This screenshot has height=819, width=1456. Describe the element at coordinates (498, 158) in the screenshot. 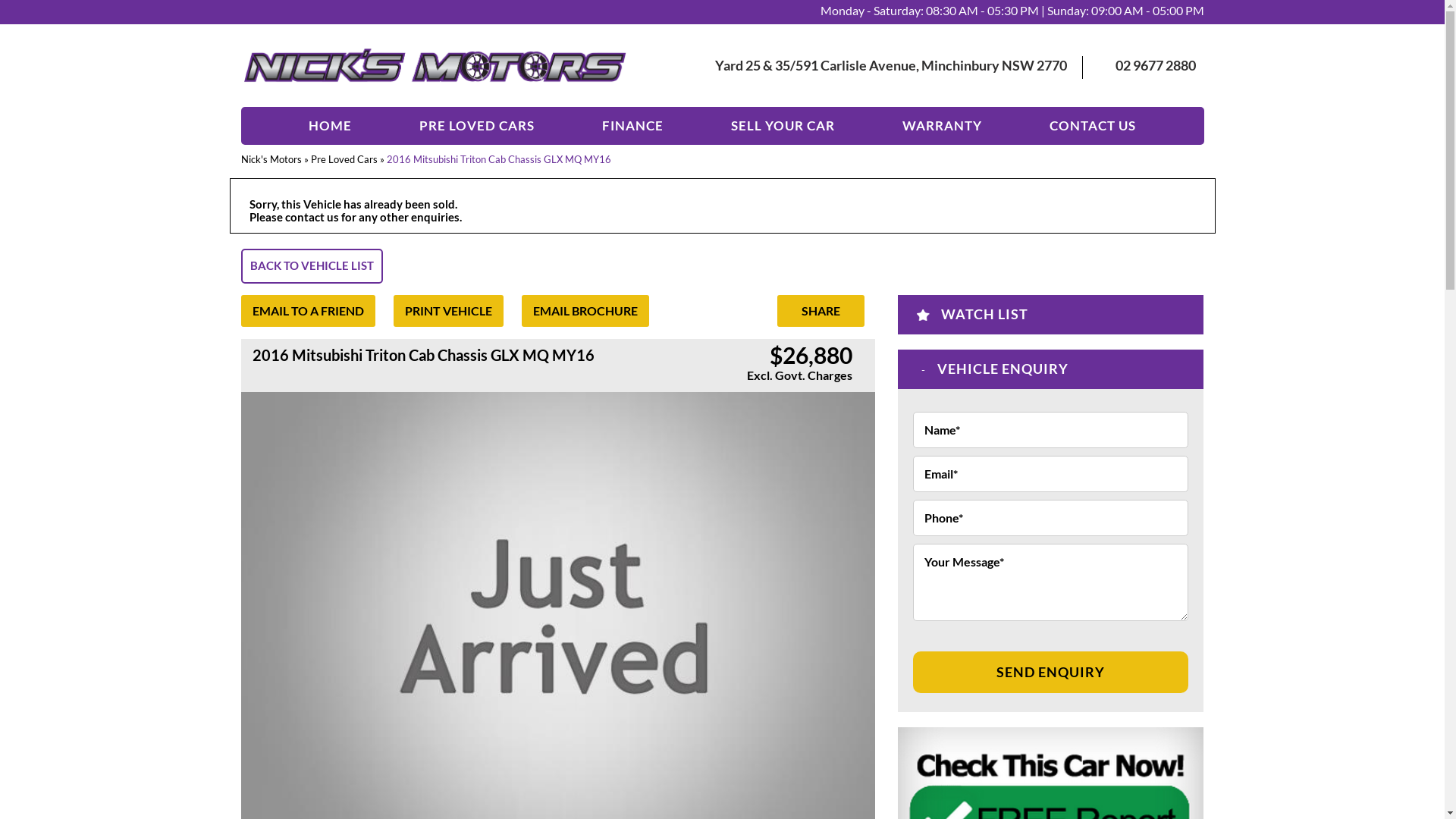

I see `'2016 Mitsubishi Triton Cab Chassis GLX MQ MY16'` at that location.